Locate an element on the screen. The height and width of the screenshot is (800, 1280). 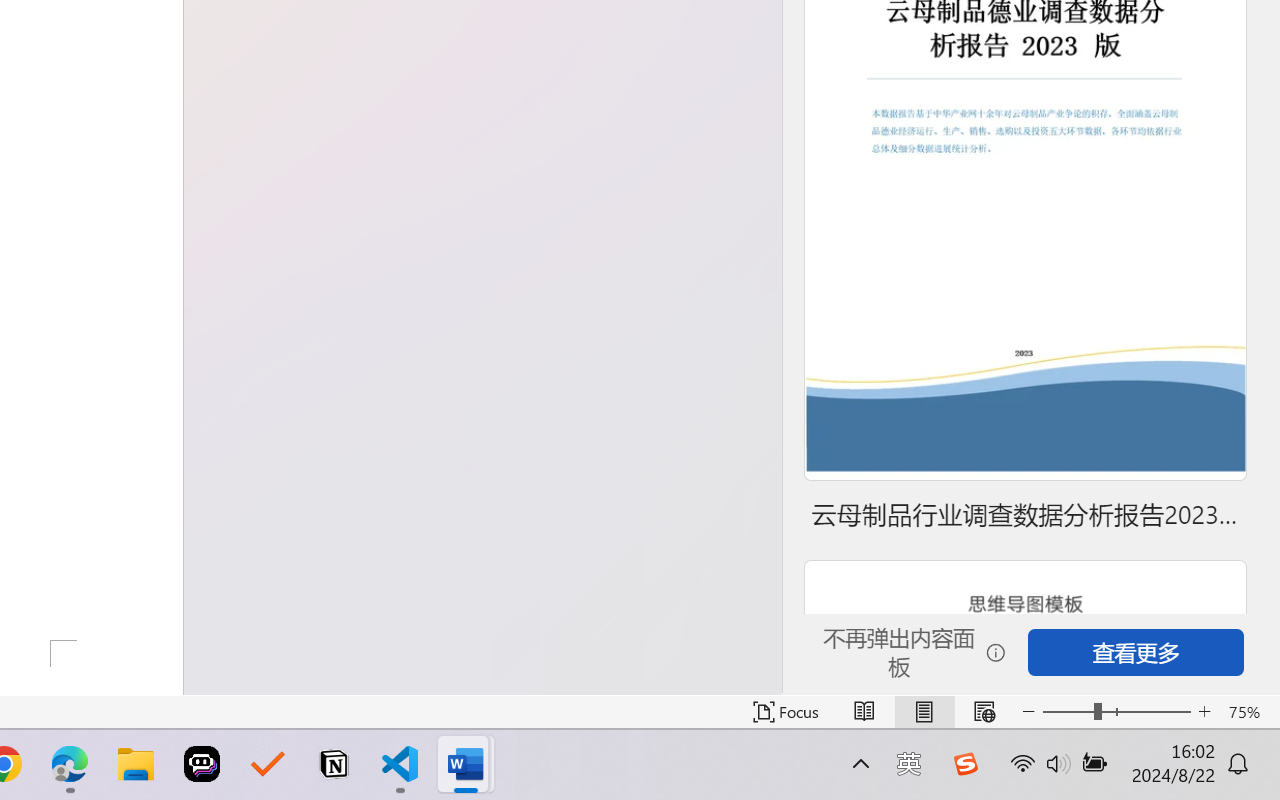
'Read Mode' is located at coordinates (864, 711).